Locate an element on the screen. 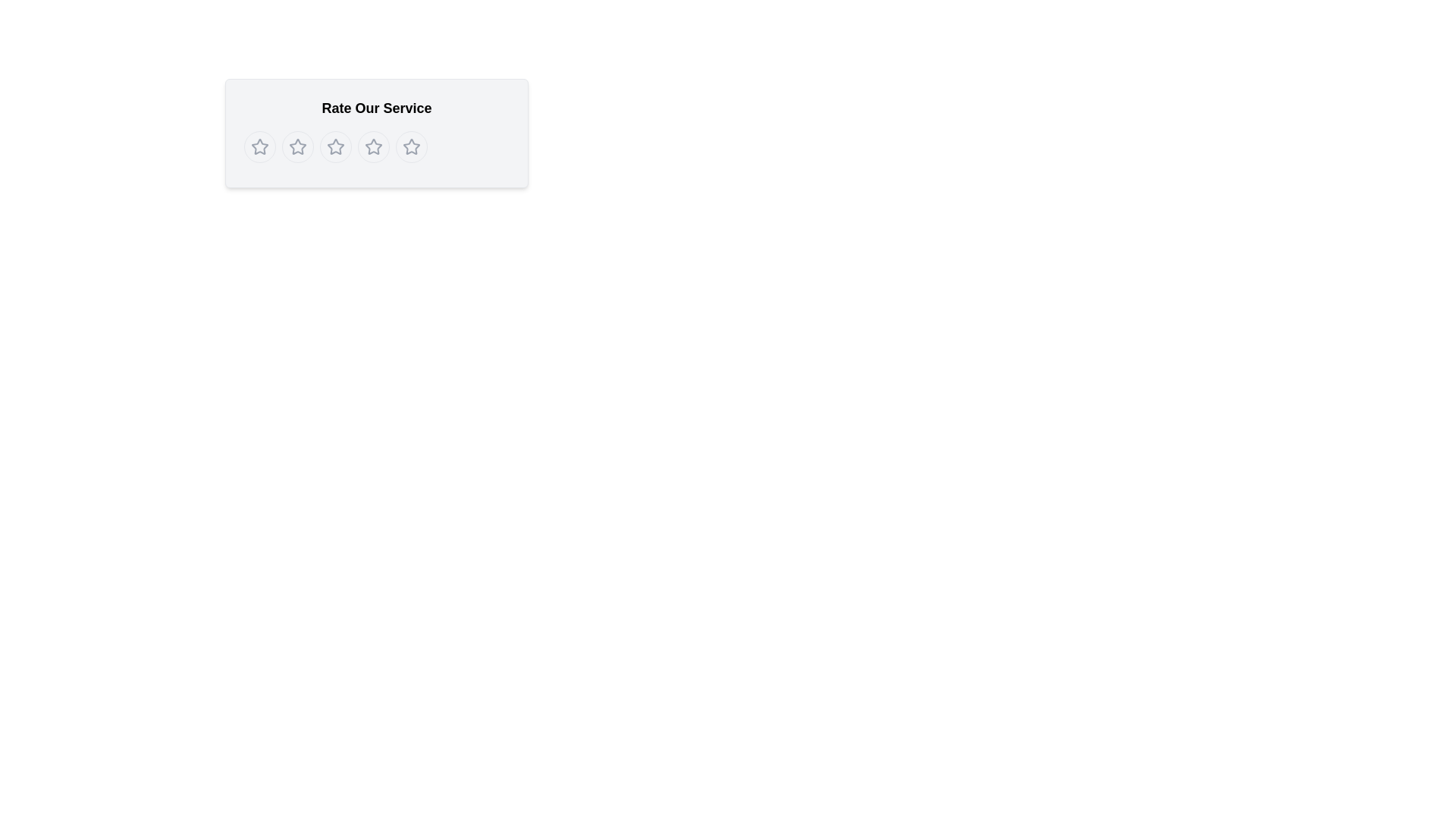 The height and width of the screenshot is (819, 1456). the Rating star icon is located at coordinates (259, 146).